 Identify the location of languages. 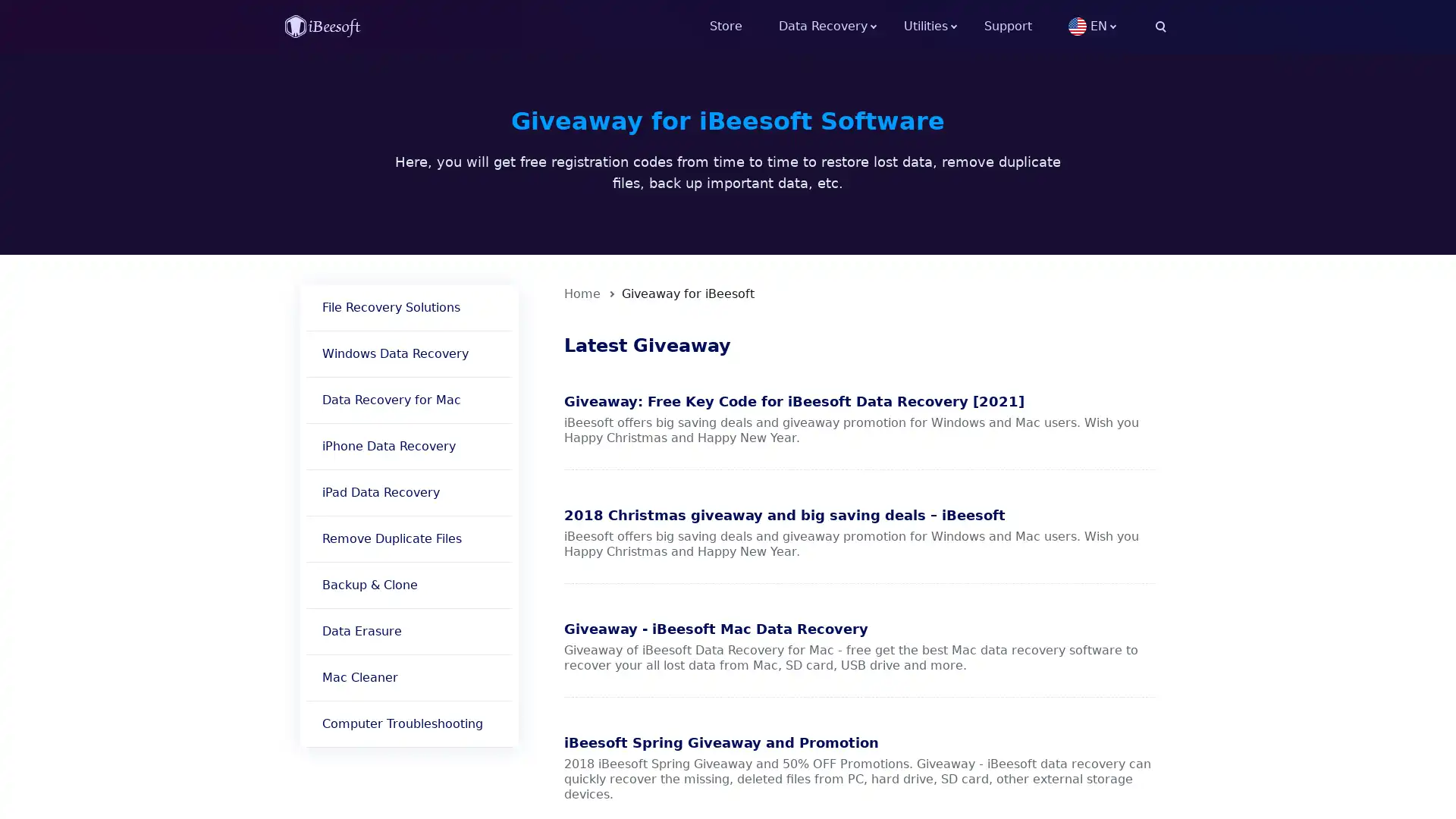
(1117, 26).